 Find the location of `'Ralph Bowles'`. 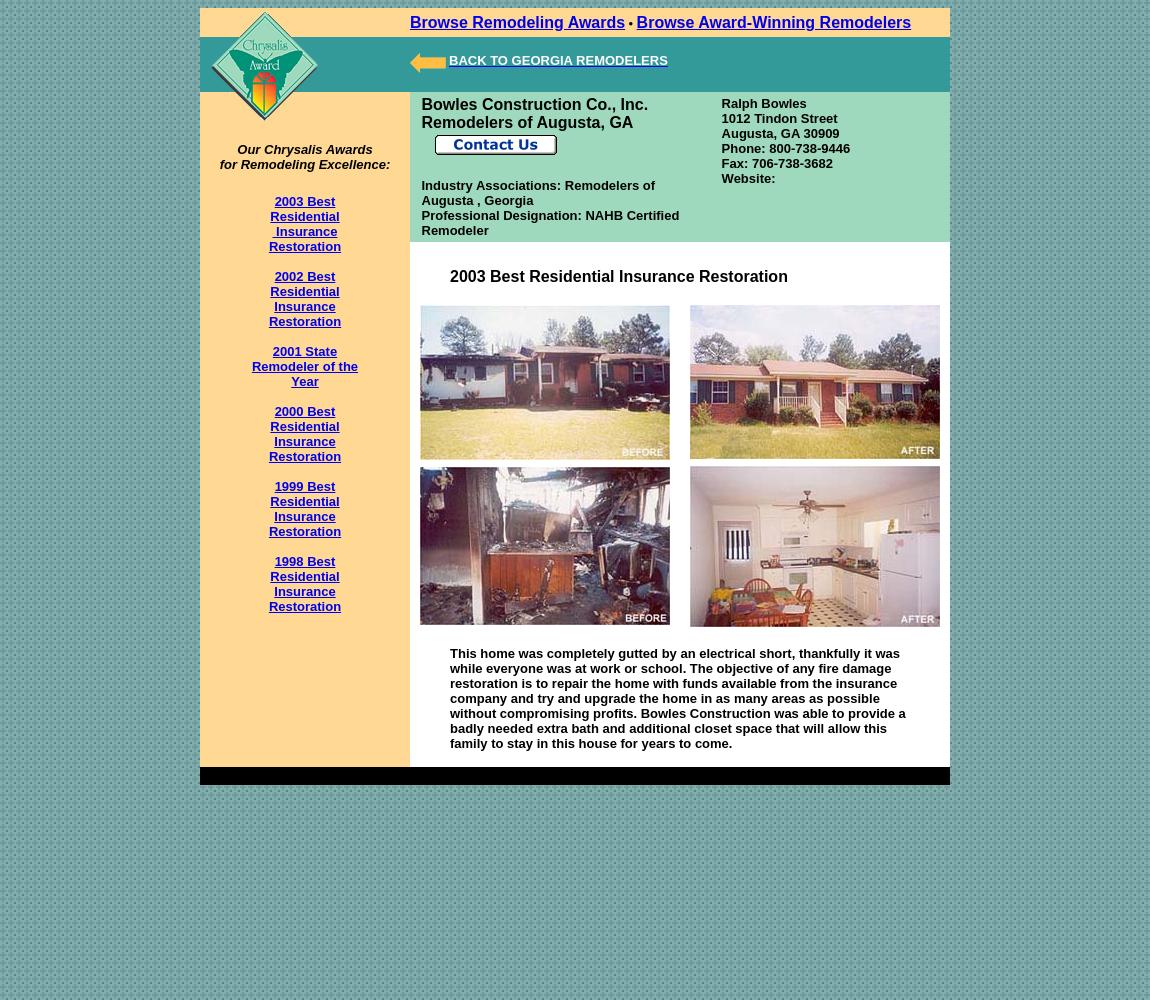

'Ralph Bowles' is located at coordinates (720, 102).